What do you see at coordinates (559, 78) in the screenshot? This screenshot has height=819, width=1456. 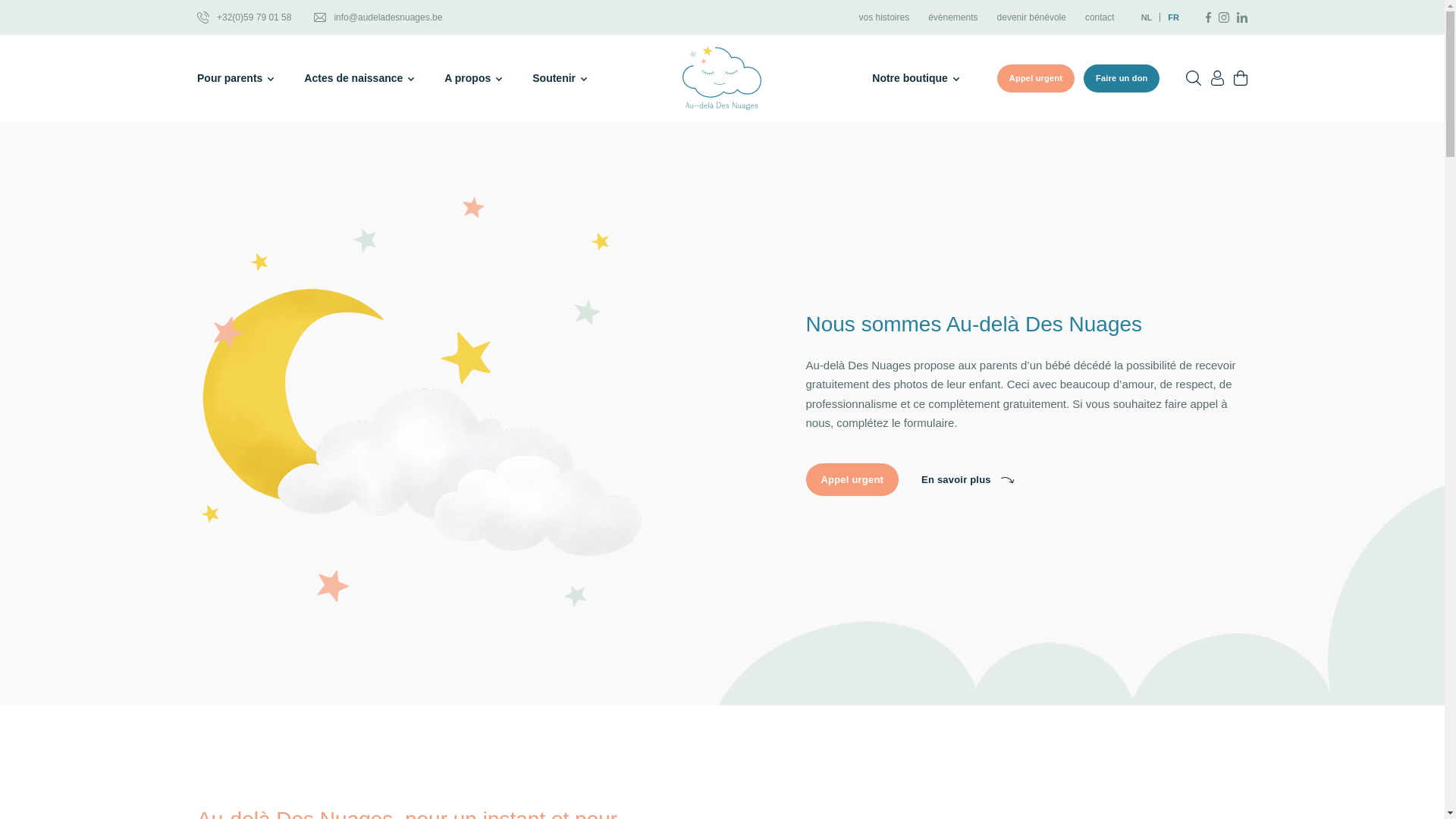 I see `'Soutenir'` at bounding box center [559, 78].